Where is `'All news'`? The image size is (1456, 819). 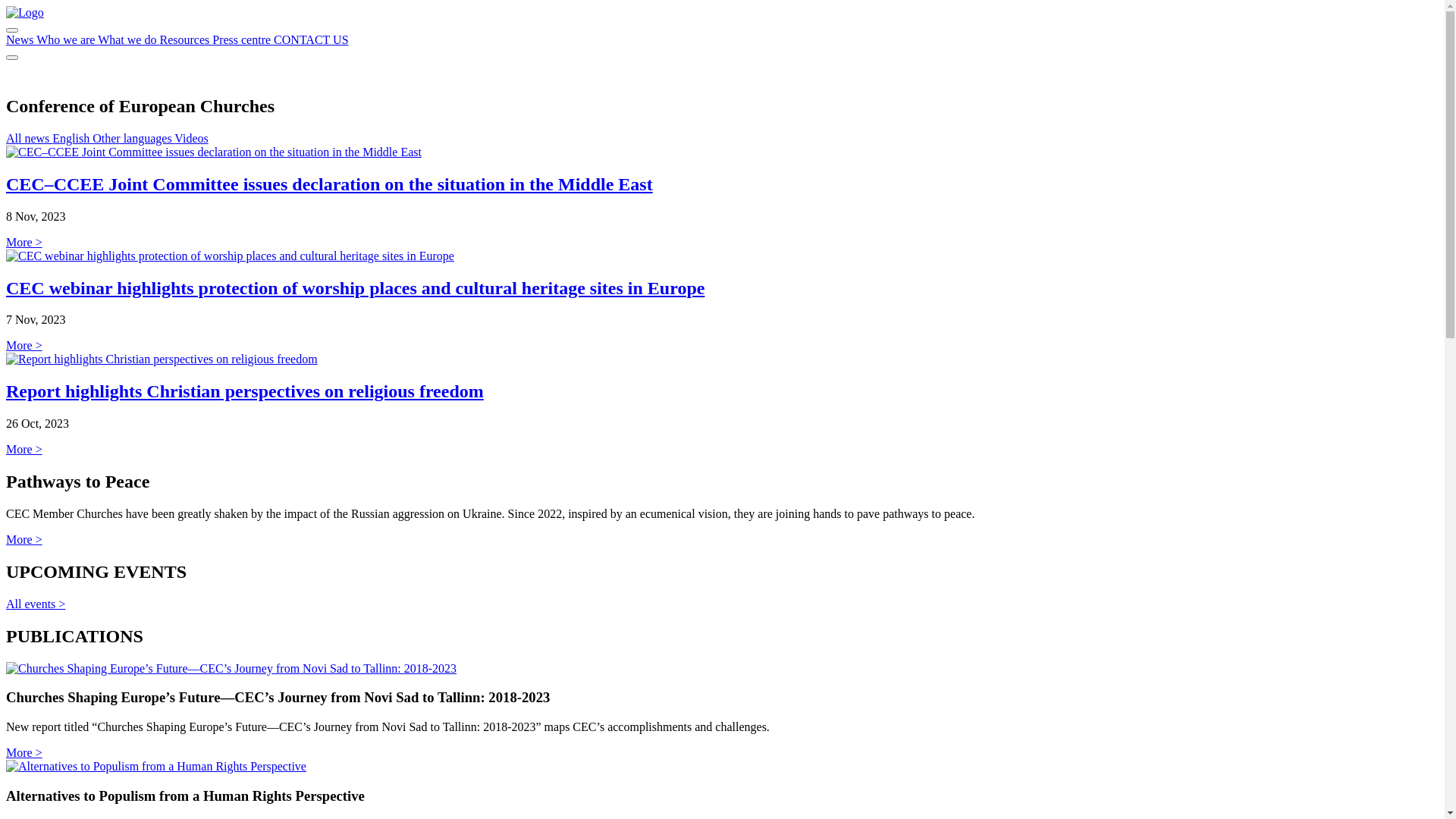
'All news' is located at coordinates (6, 138).